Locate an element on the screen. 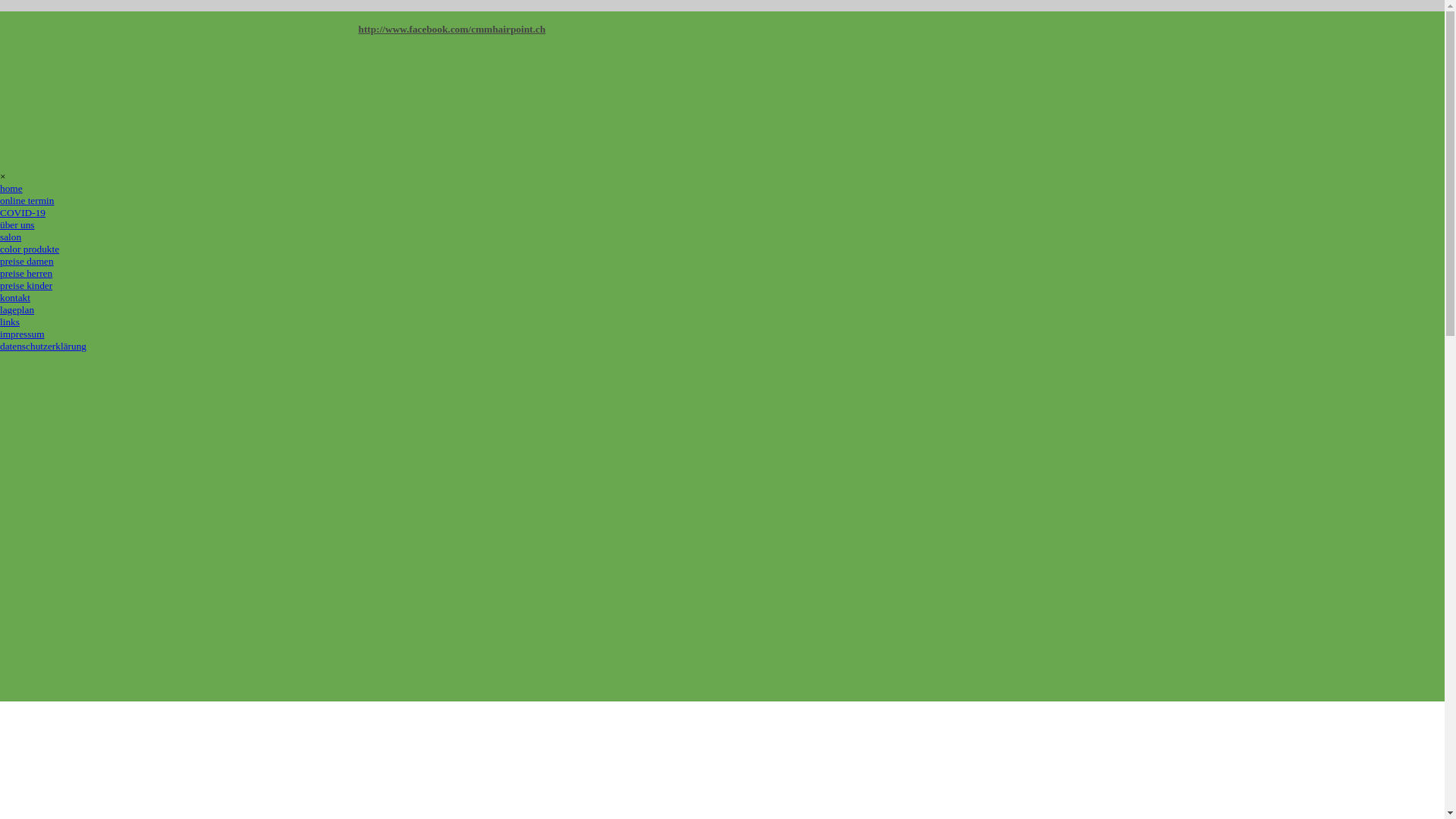  'http://www.facebook.com/cmmhairpoint.ch' is located at coordinates (450, 29).